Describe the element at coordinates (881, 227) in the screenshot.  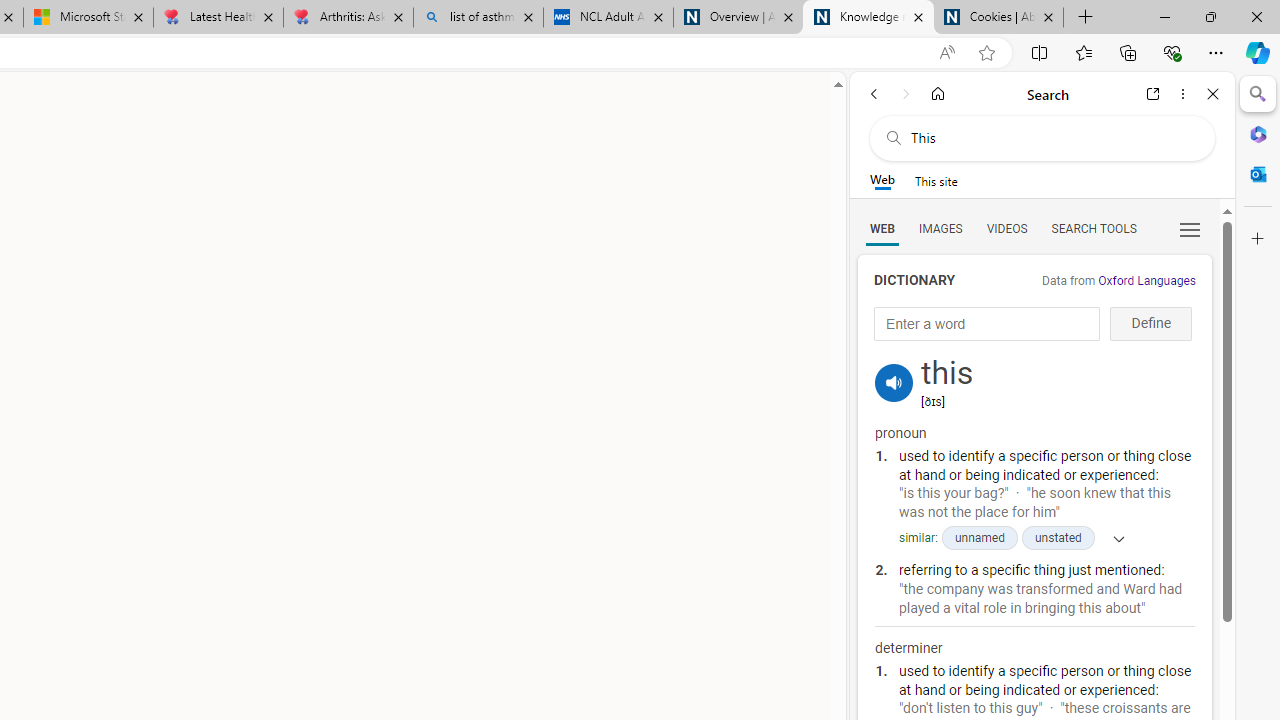
I see `'WEB  '` at that location.